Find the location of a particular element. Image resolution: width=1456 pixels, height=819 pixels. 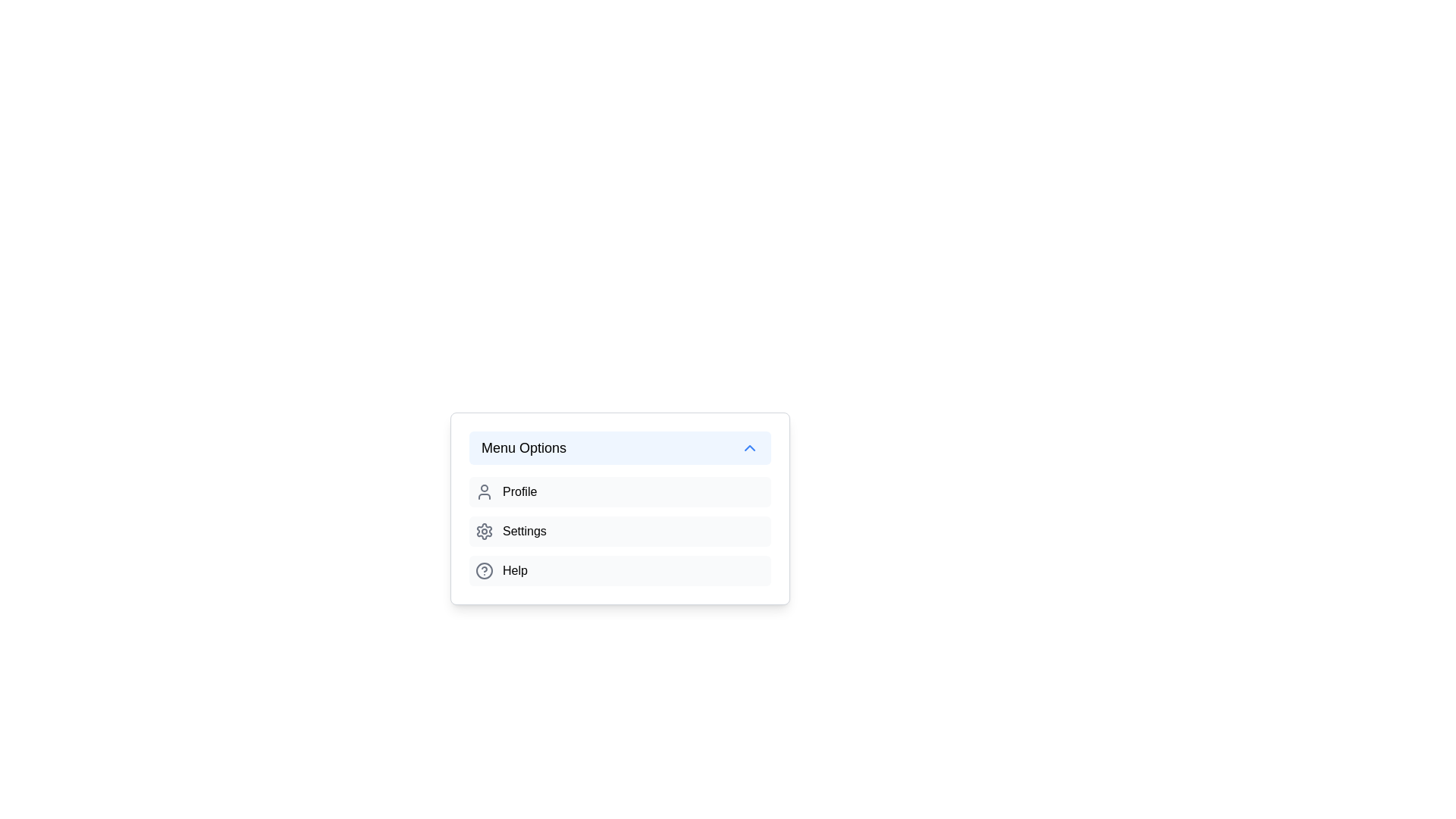

the 'Settings' button, which is the second option in a vertical list within a dropdown menu is located at coordinates (620, 546).